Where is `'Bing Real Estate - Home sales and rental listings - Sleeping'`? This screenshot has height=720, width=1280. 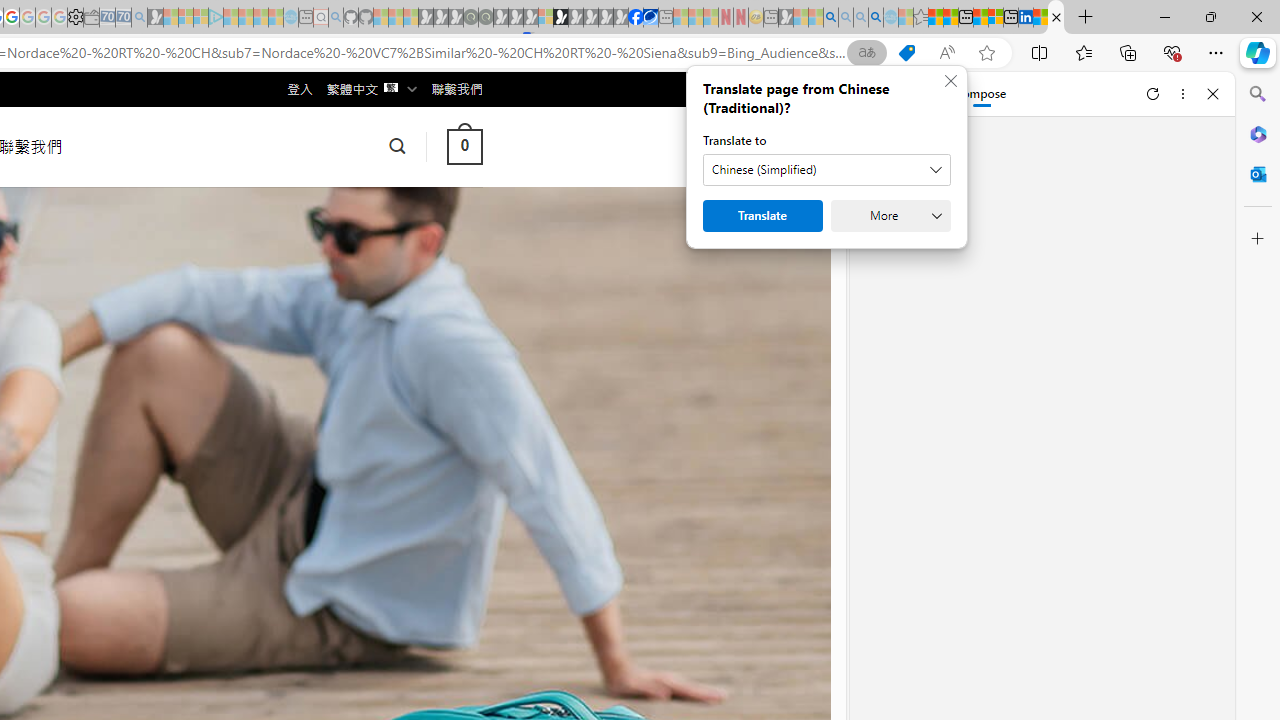 'Bing Real Estate - Home sales and rental listings - Sleeping' is located at coordinates (138, 17).